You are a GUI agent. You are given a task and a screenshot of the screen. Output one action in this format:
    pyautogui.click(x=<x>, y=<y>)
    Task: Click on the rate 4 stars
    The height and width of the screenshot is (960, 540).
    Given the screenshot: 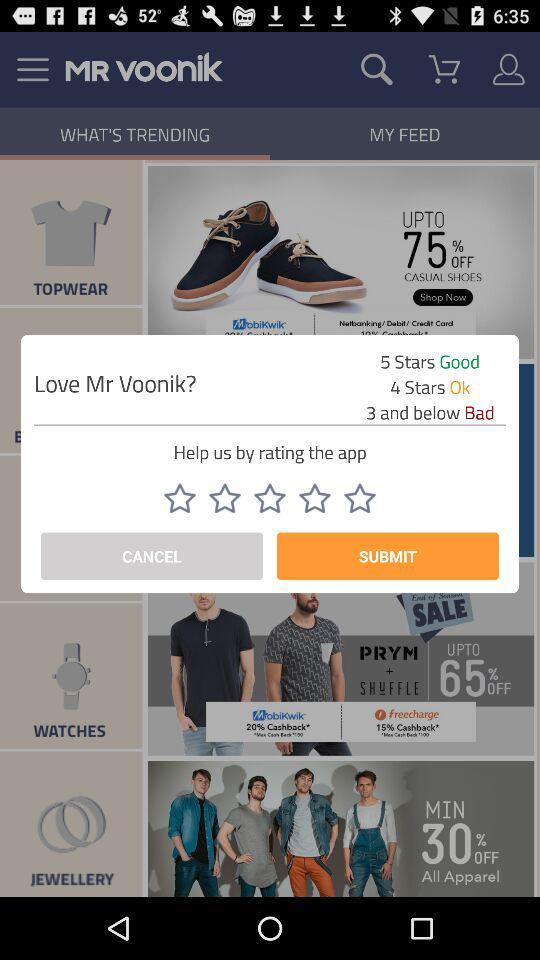 What is the action you would take?
    pyautogui.click(x=314, y=497)
    